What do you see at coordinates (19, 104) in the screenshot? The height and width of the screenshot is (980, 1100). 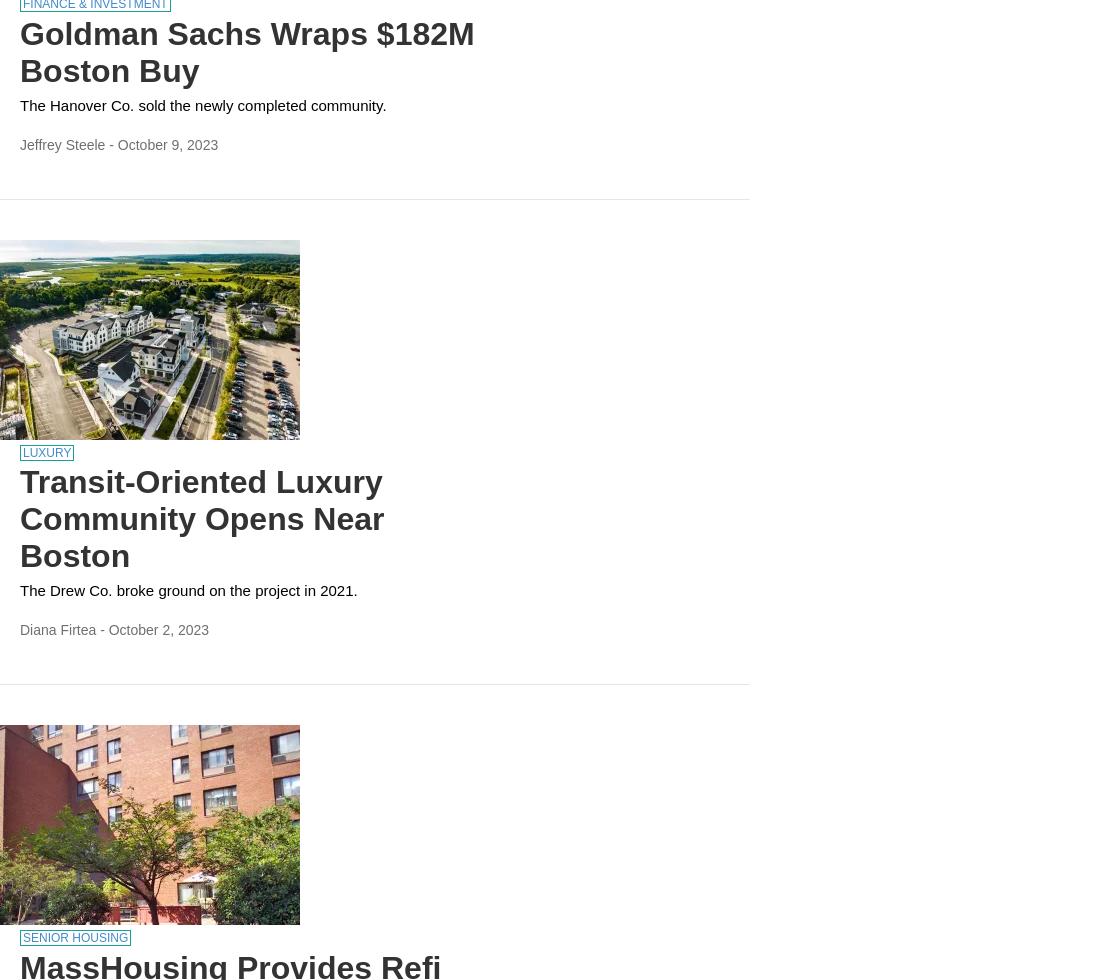 I see `'The Hanover Co. sold the newly completed community.'` at bounding box center [19, 104].